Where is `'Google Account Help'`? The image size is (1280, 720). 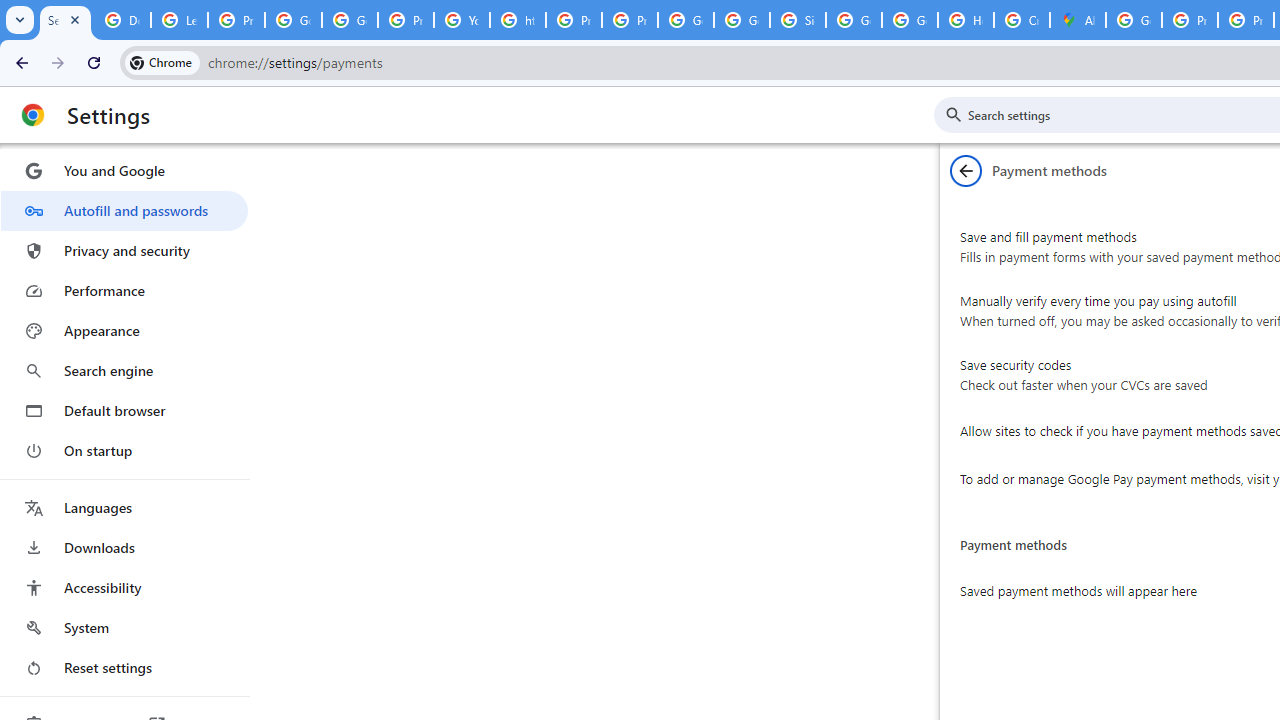
'Google Account Help' is located at coordinates (292, 20).